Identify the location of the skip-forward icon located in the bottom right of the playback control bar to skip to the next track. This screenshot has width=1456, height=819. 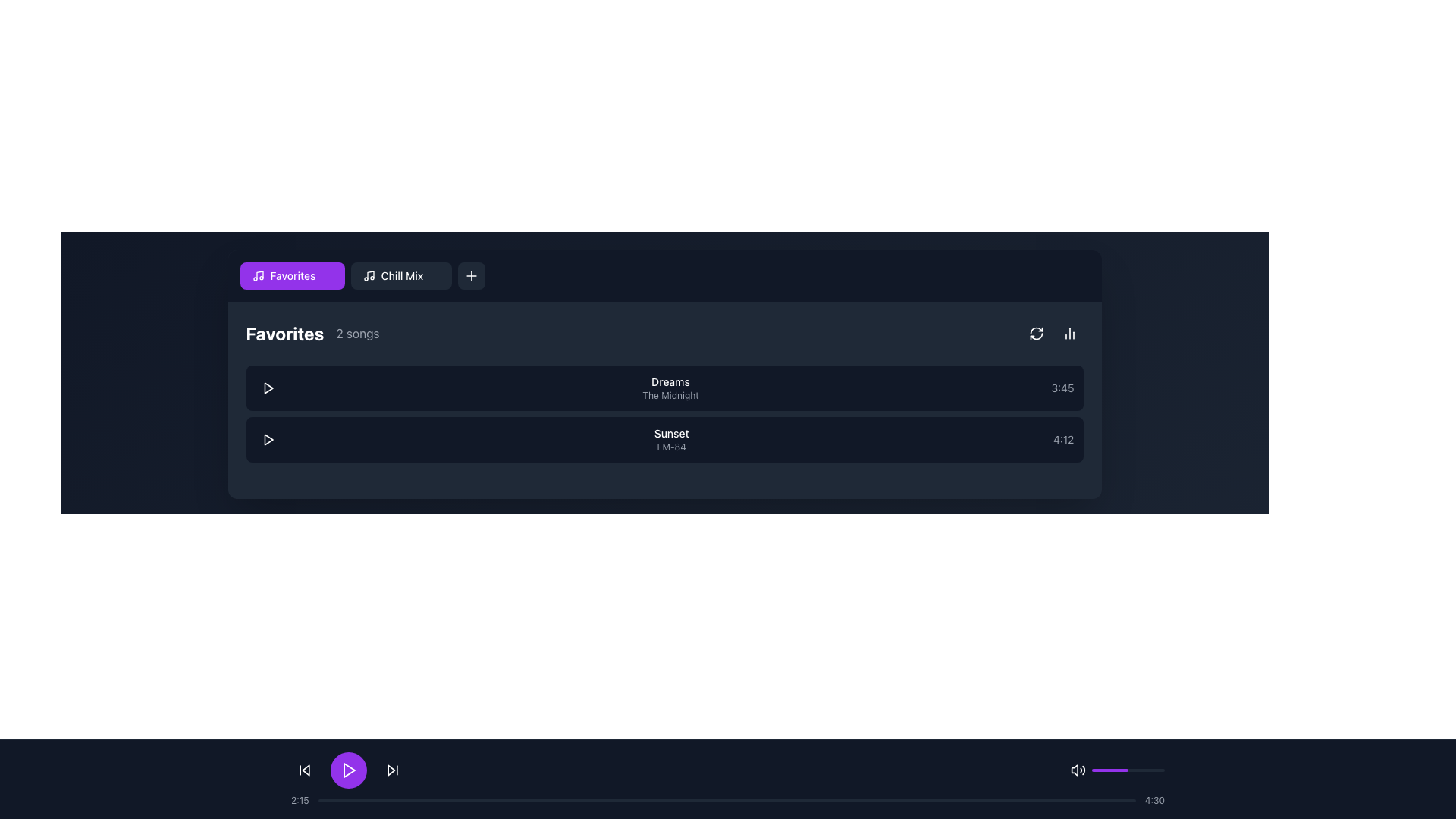
(393, 770).